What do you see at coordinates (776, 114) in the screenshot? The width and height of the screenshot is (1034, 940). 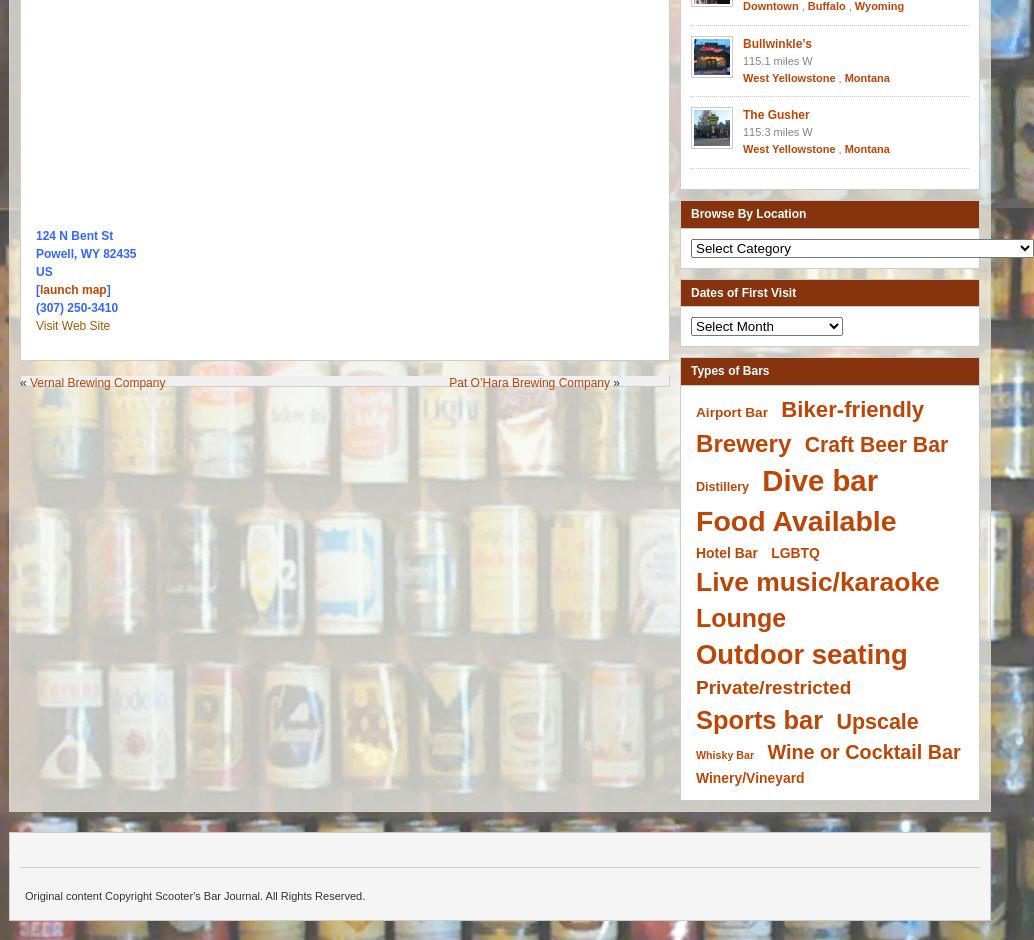 I see `'The Gusher'` at bounding box center [776, 114].